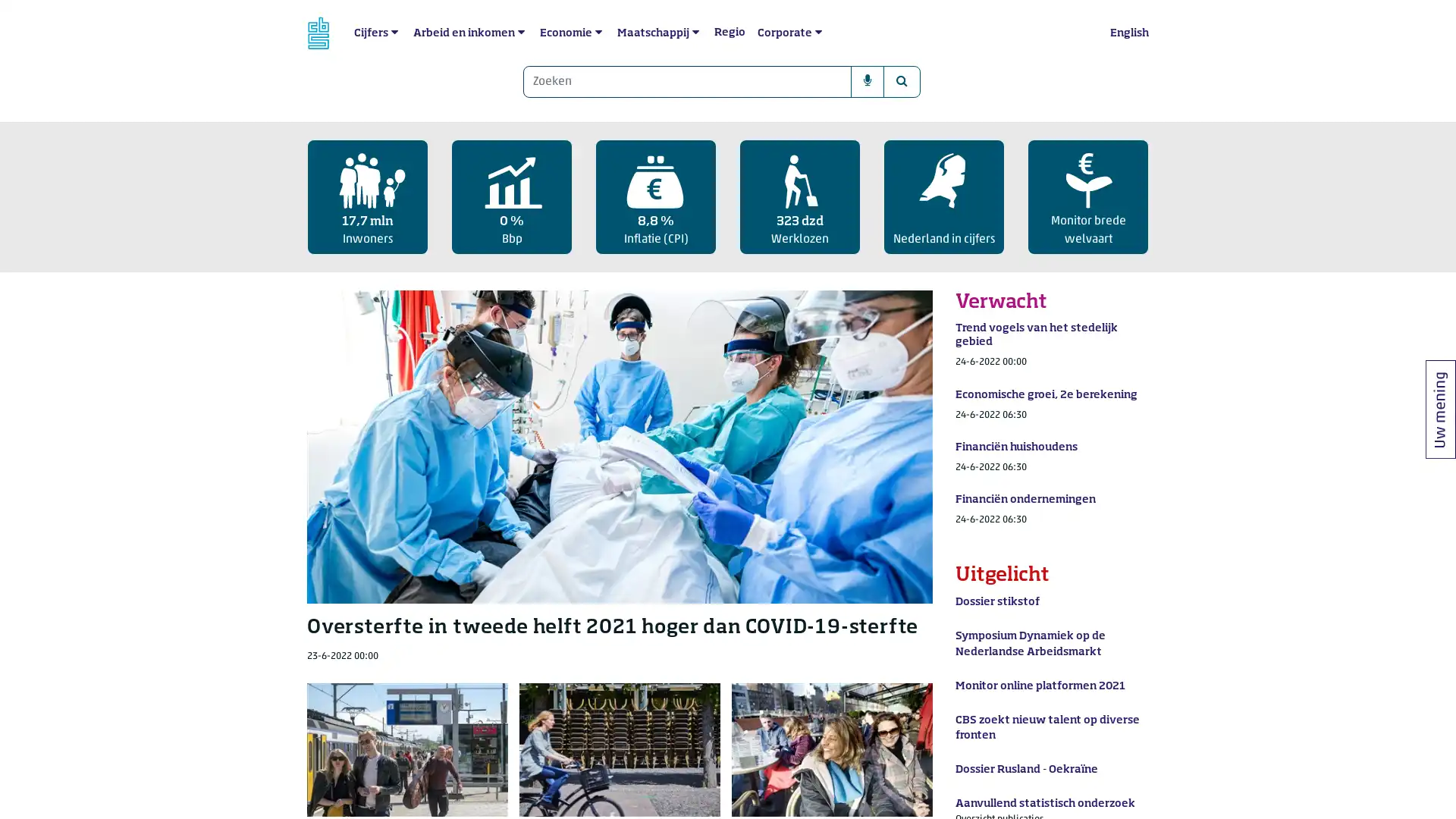  Describe the element at coordinates (695, 32) in the screenshot. I see `submenu Maatschappij` at that location.